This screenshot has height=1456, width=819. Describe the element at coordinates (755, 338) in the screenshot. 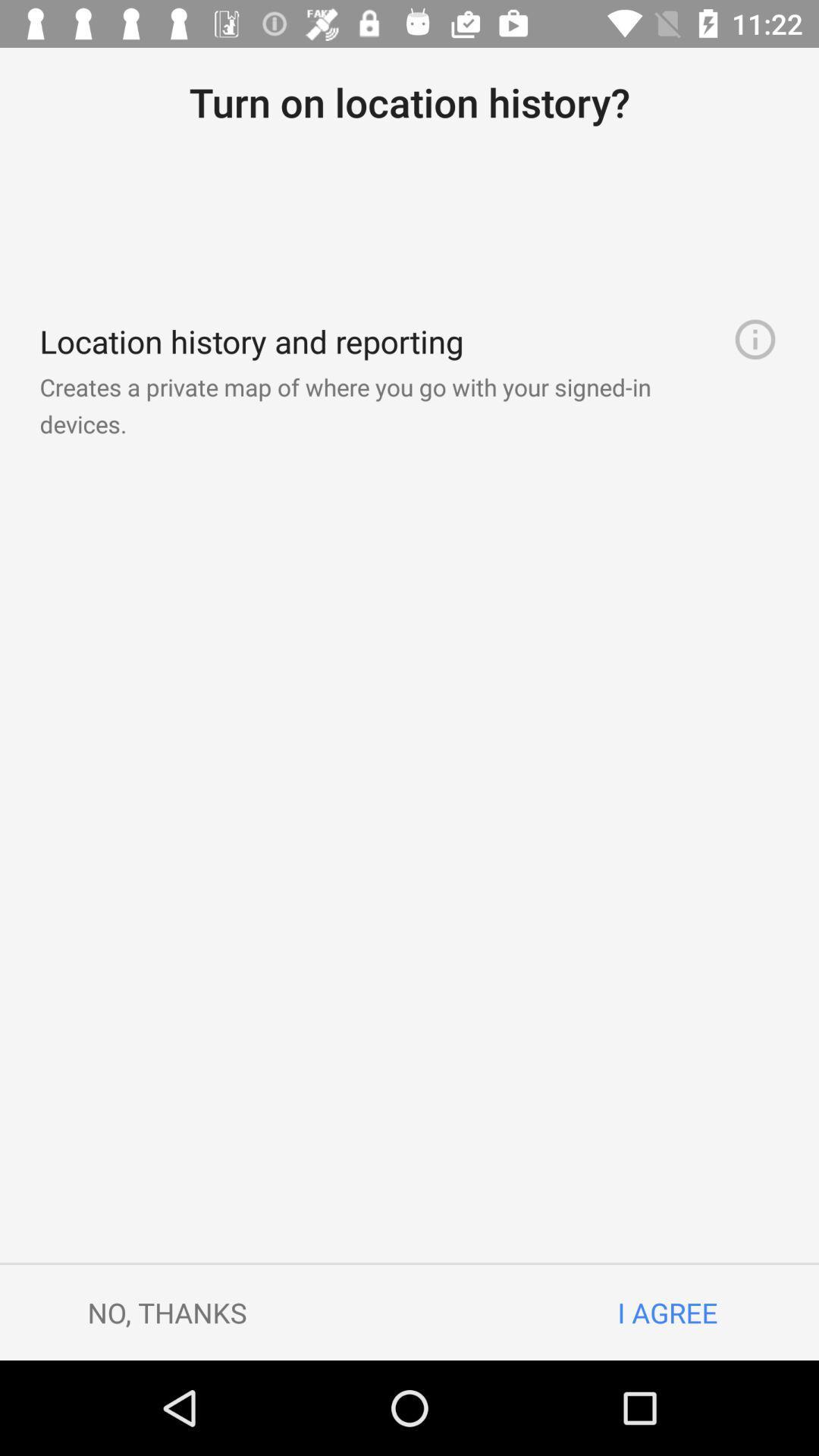

I see `icon to the right of the creates a private item` at that location.